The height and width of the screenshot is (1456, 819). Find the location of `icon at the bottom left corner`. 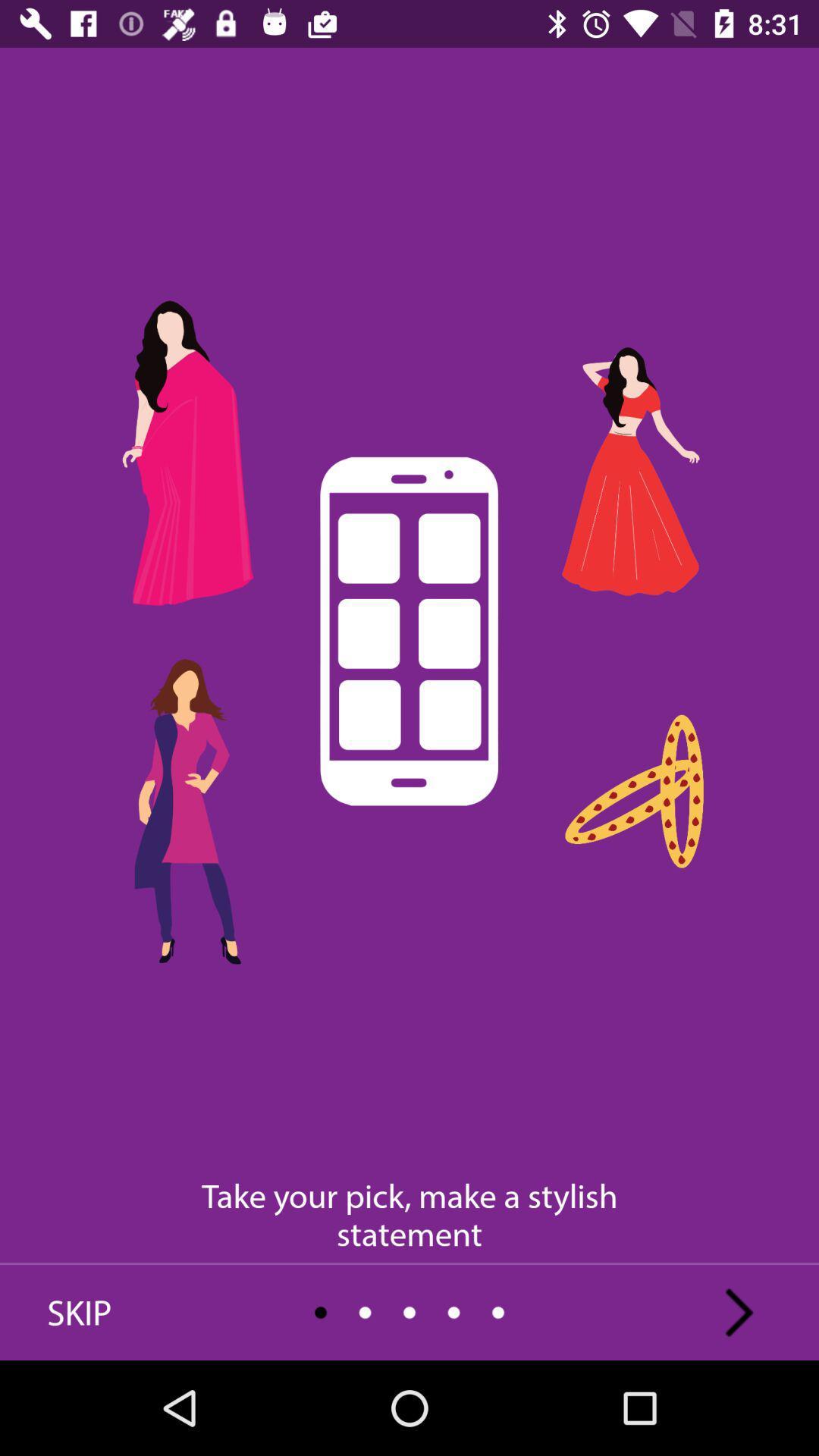

icon at the bottom left corner is located at coordinates (79, 1312).